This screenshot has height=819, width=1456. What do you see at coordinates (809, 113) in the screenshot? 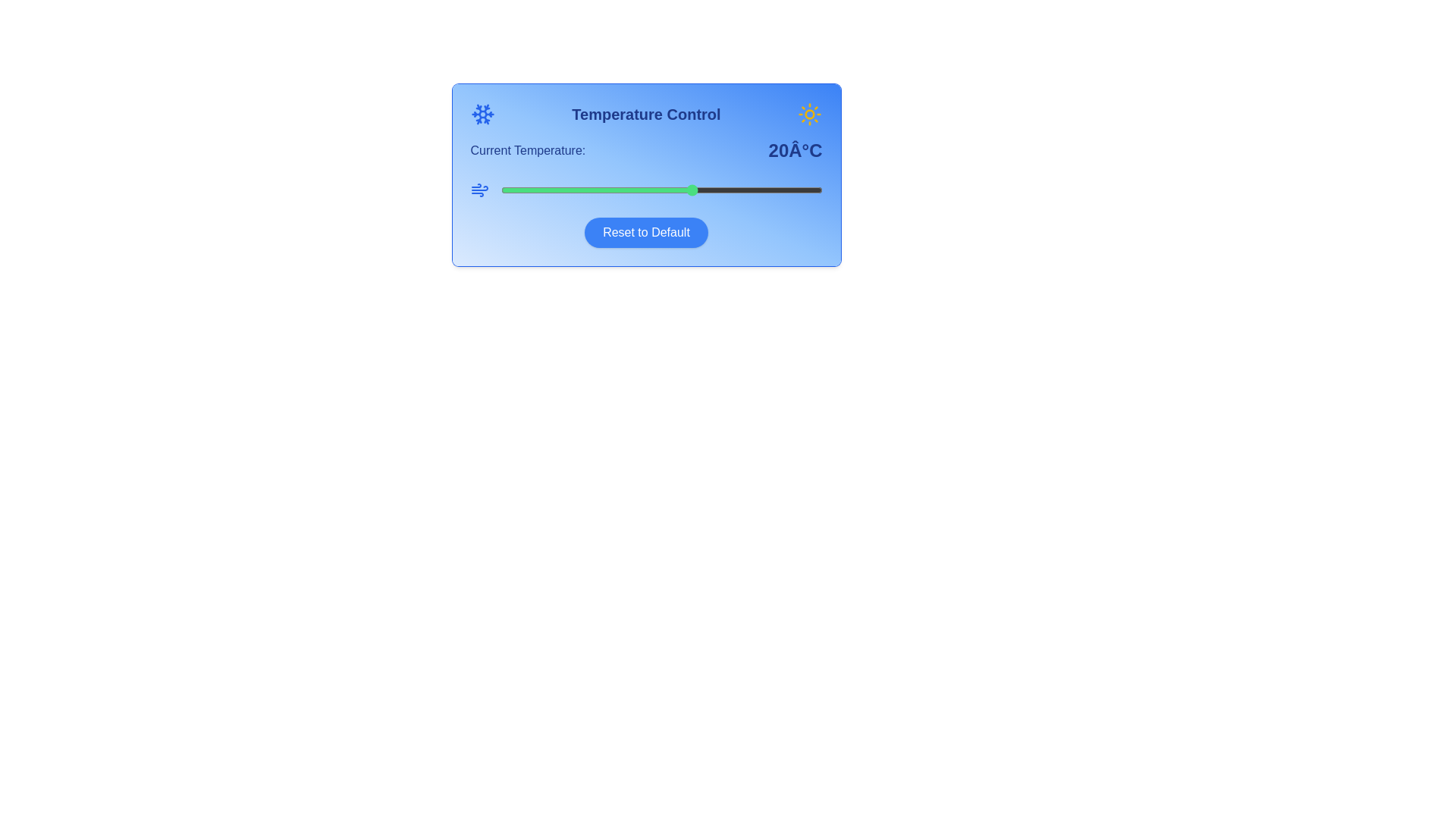
I see `the graphical icon representing temperature control functionality located at the top-right corner of the 'Temperature Control' section` at bounding box center [809, 113].